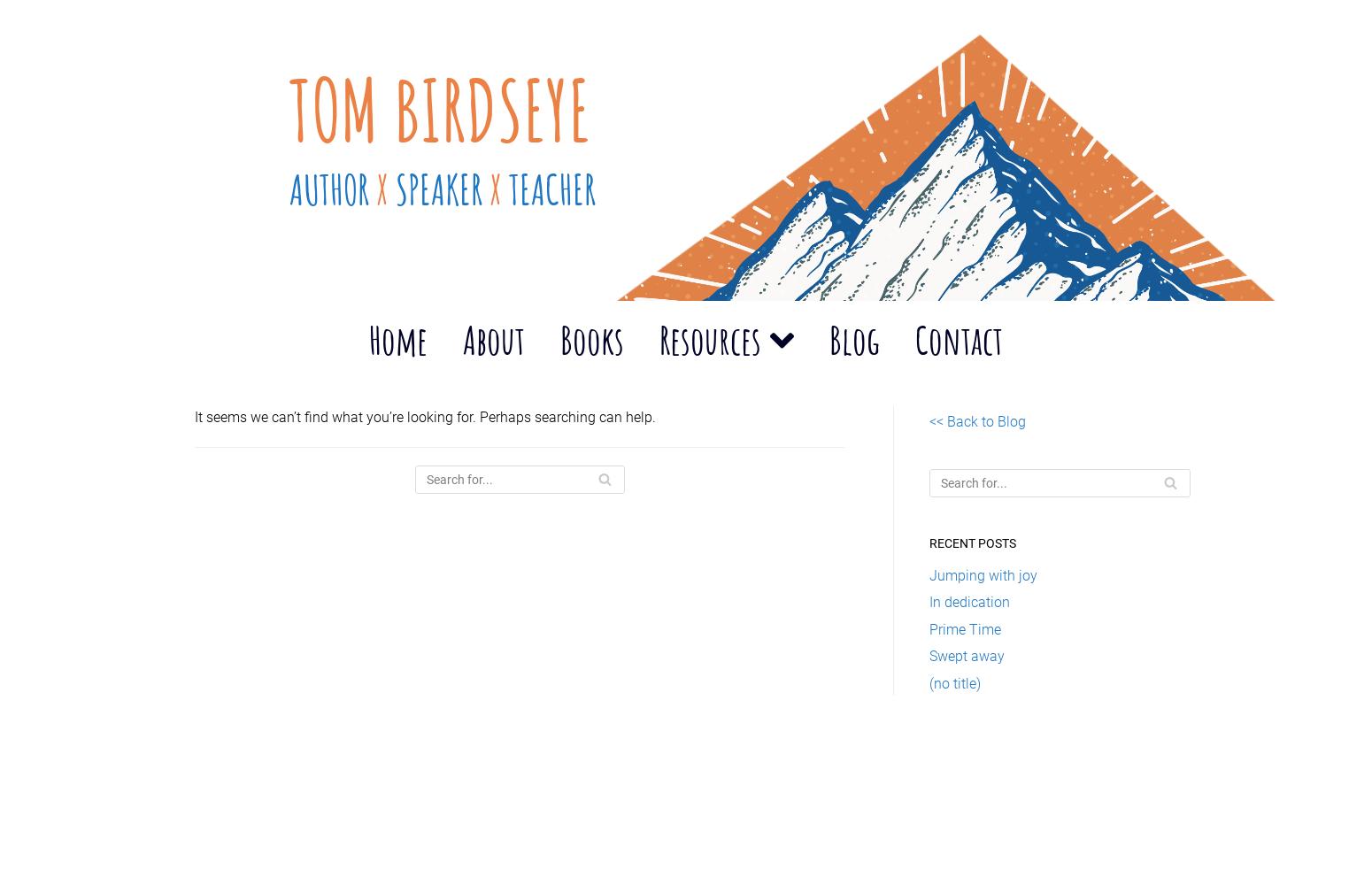  What do you see at coordinates (709, 339) in the screenshot?
I see `'Resources'` at bounding box center [709, 339].